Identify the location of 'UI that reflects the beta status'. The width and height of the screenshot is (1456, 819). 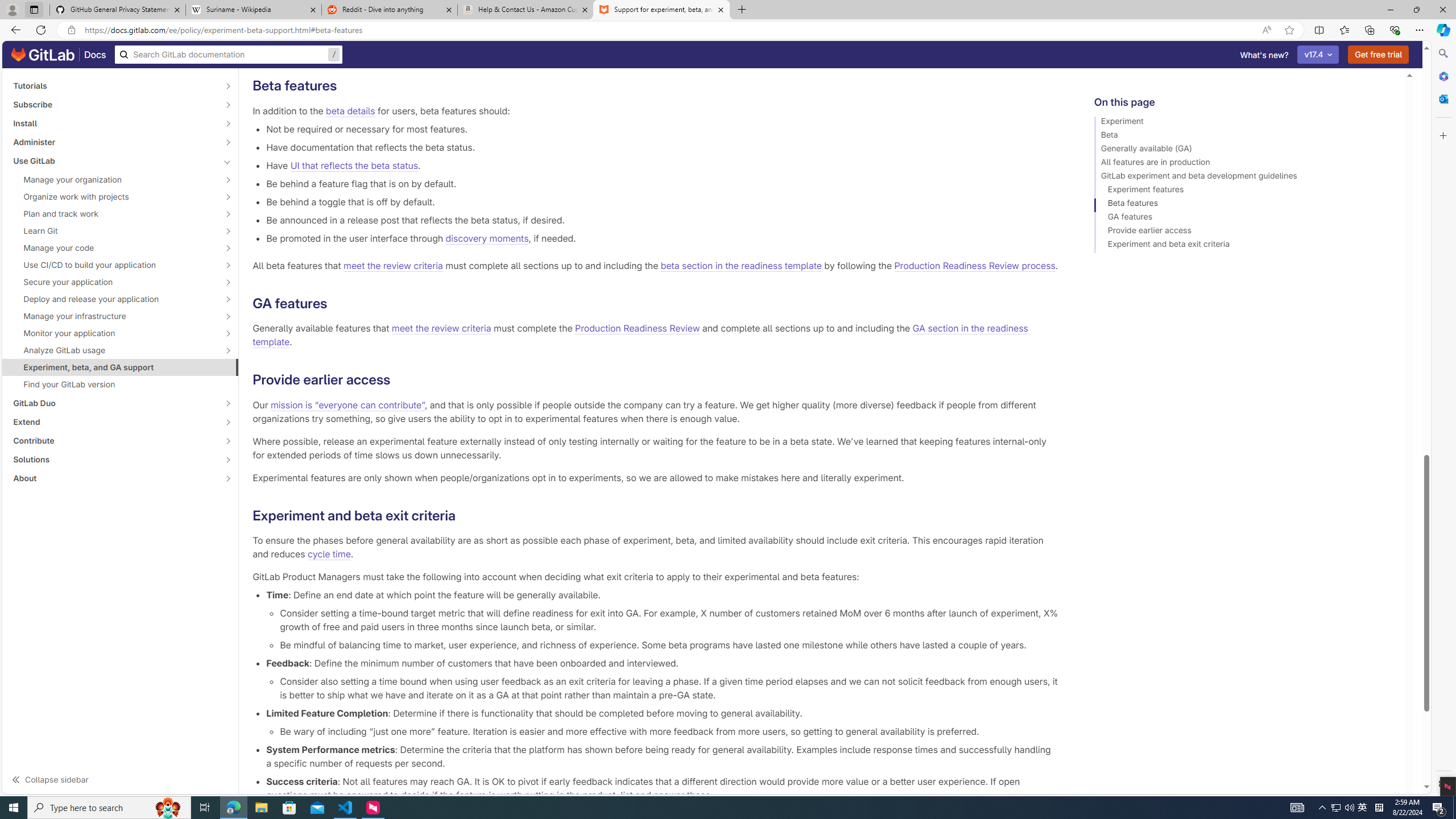
(353, 165).